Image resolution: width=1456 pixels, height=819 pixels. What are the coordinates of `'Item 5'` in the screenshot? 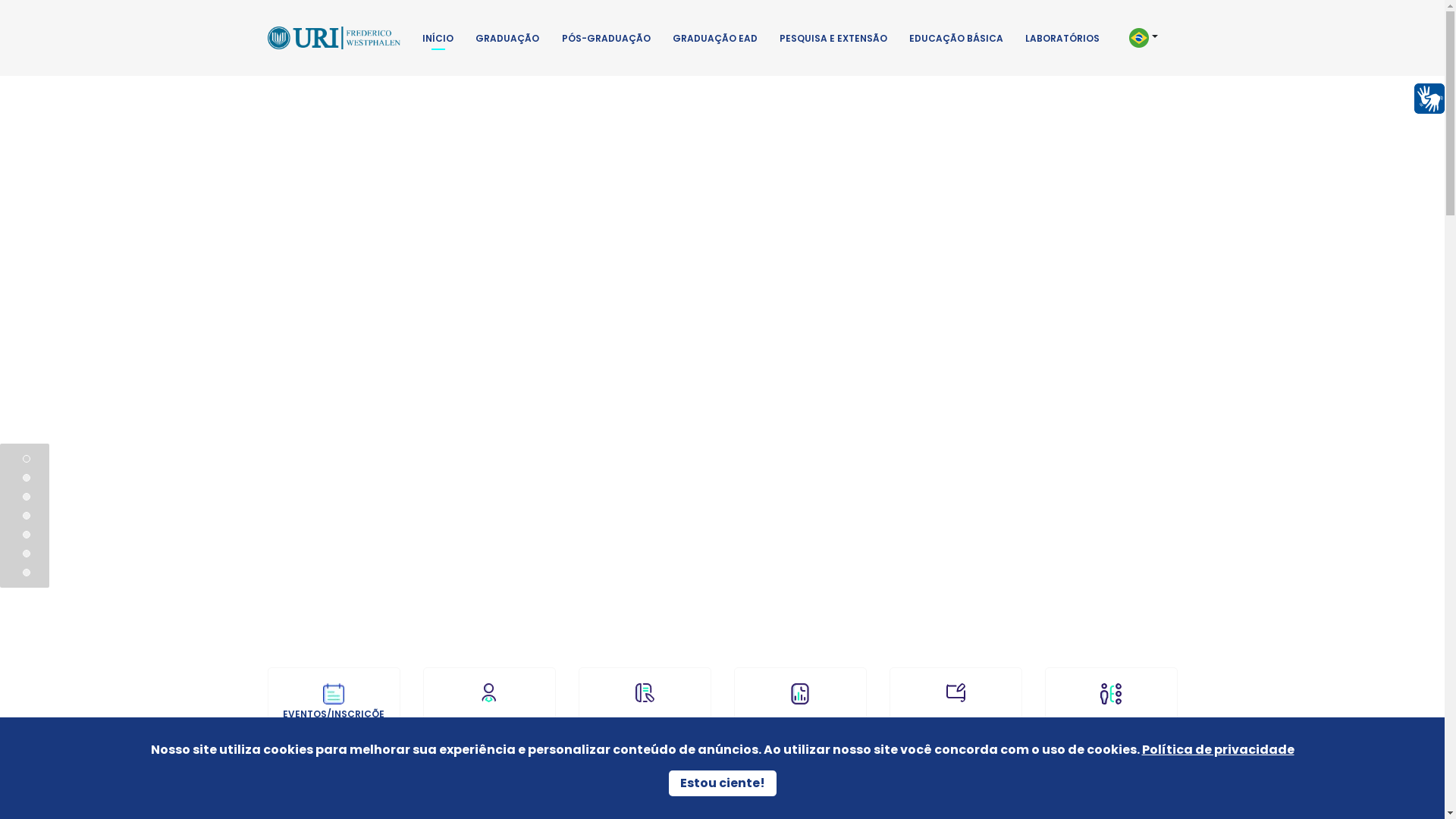 It's located at (26, 553).